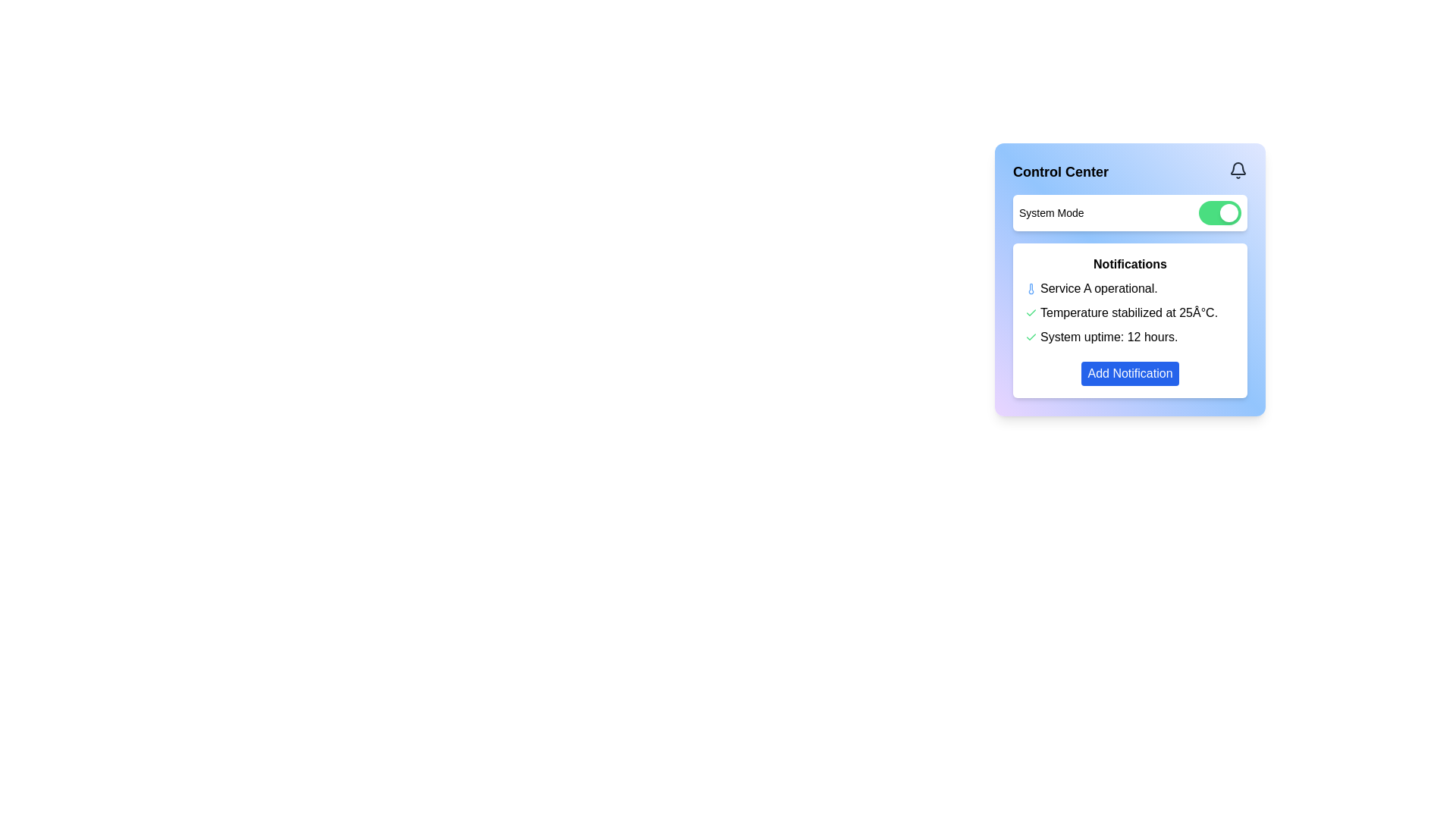  I want to click on the toggle knob at the right end of the toggle switch, so click(1229, 213).